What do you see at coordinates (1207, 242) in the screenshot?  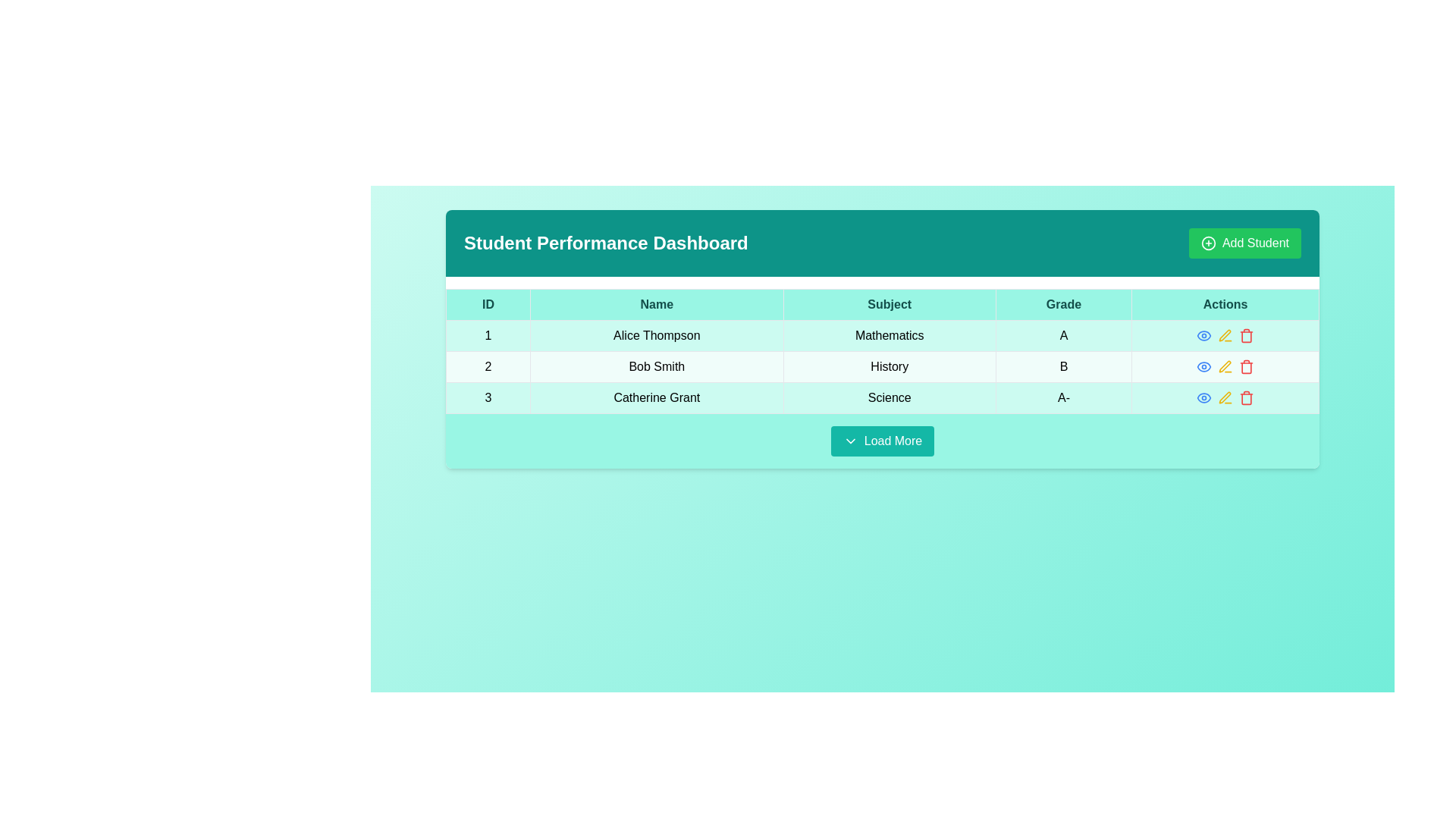 I see `the circular SVG decorative component within the 'Add Student' button located in the top-right corner of the table header` at bounding box center [1207, 242].